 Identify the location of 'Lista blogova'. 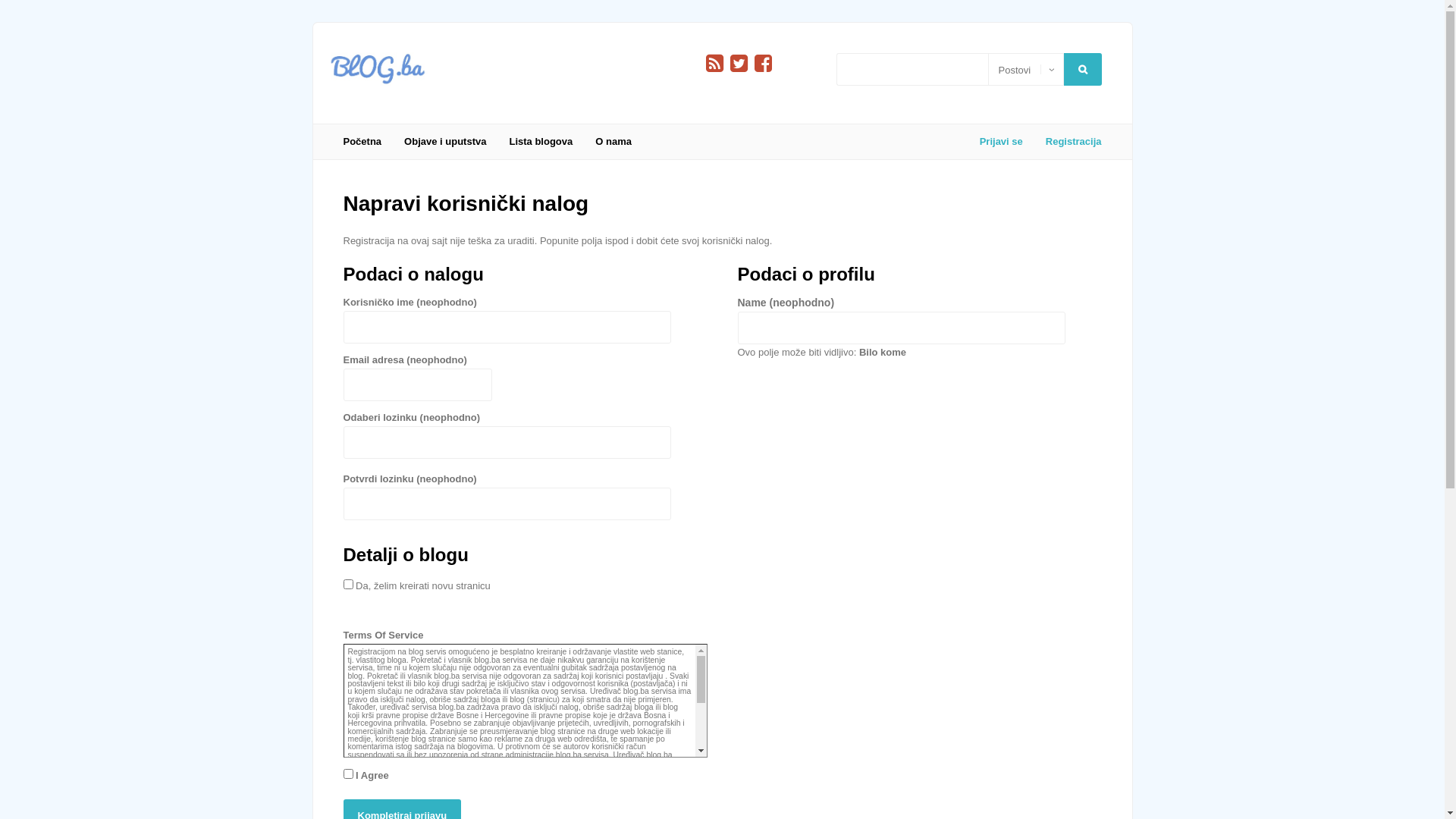
(541, 141).